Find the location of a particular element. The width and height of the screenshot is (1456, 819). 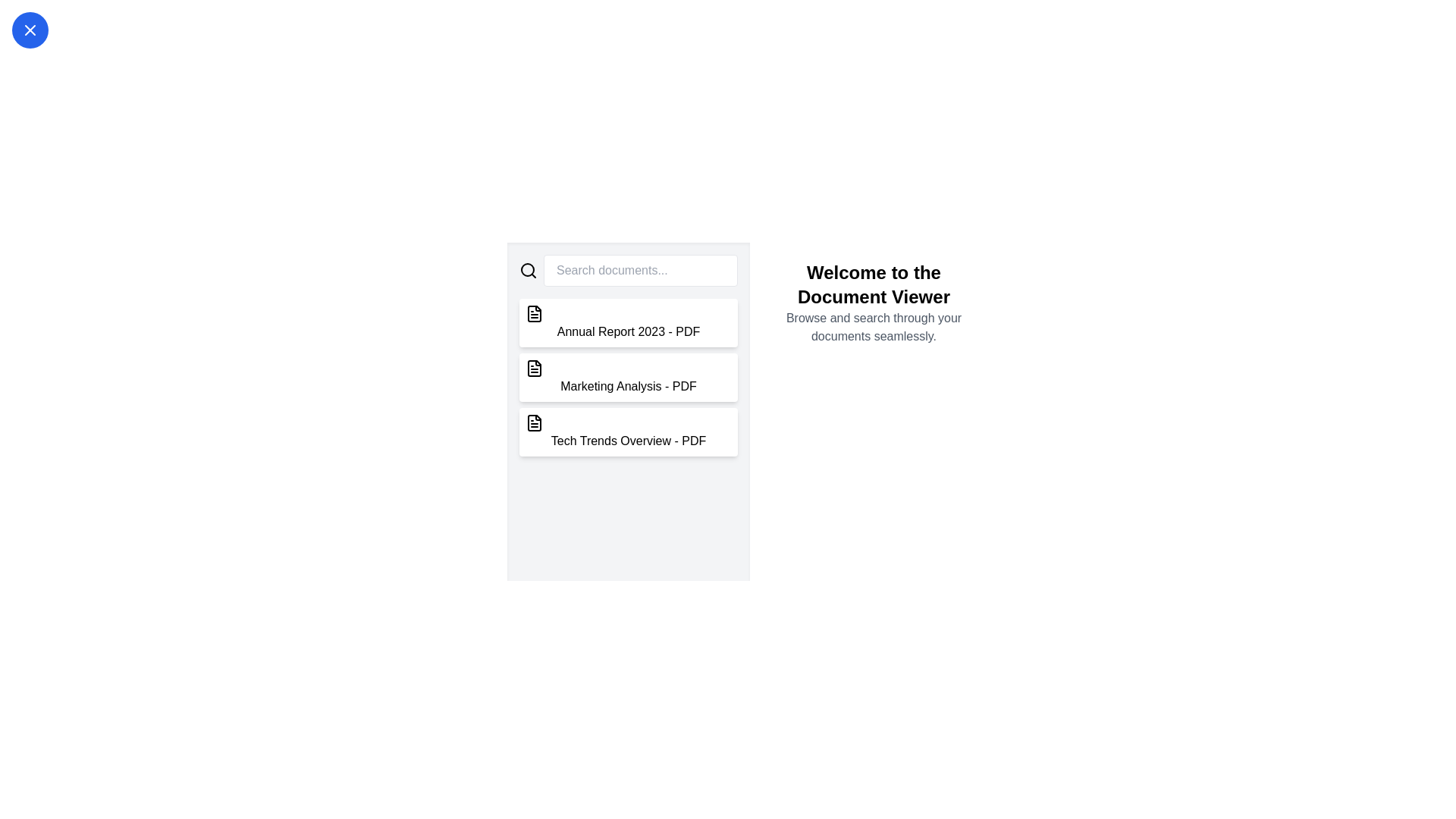

the document Tech Trends Overview - PDF from the list is located at coordinates (629, 432).